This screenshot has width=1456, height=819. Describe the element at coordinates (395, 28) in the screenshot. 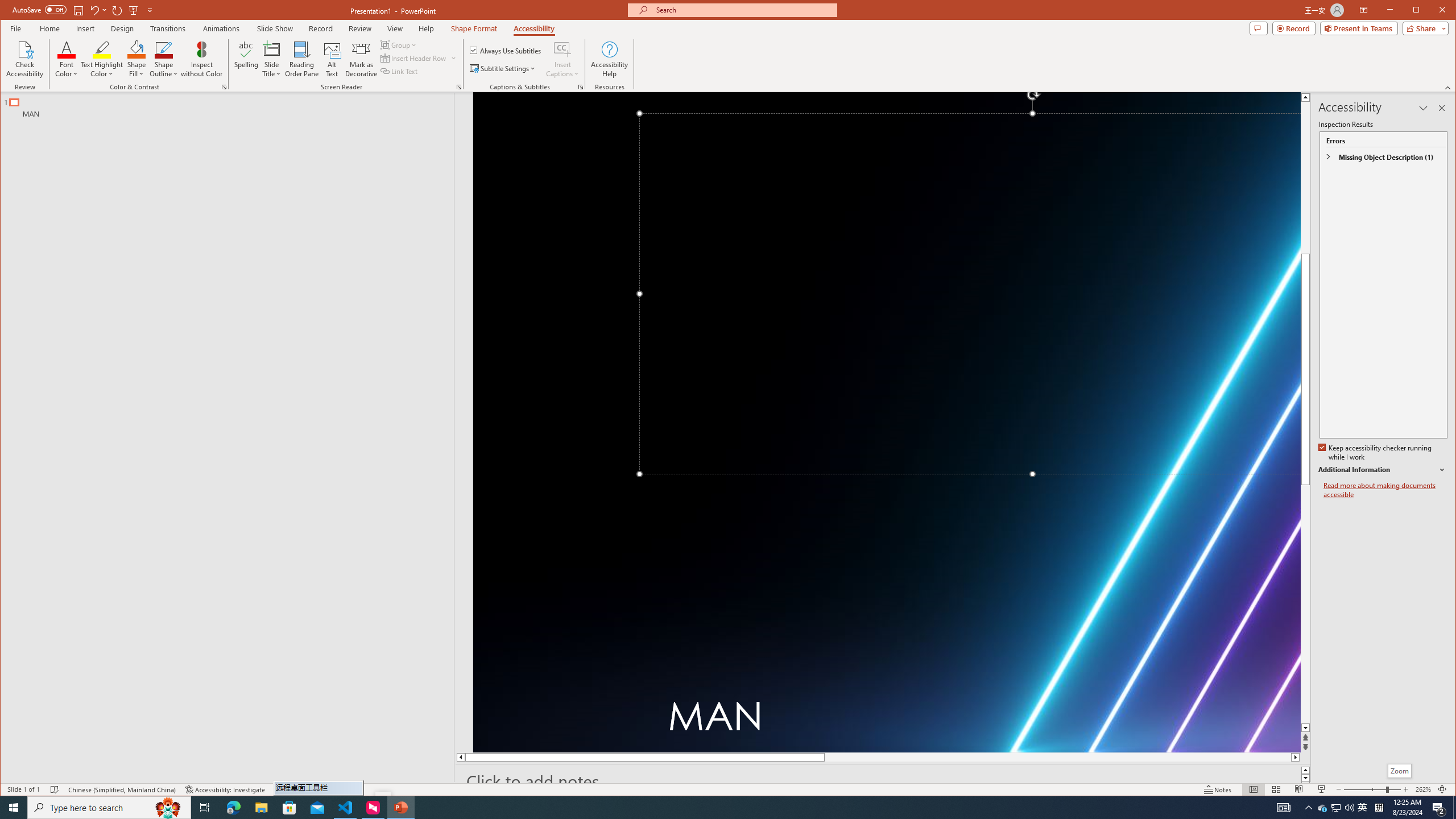

I see `'View'` at that location.